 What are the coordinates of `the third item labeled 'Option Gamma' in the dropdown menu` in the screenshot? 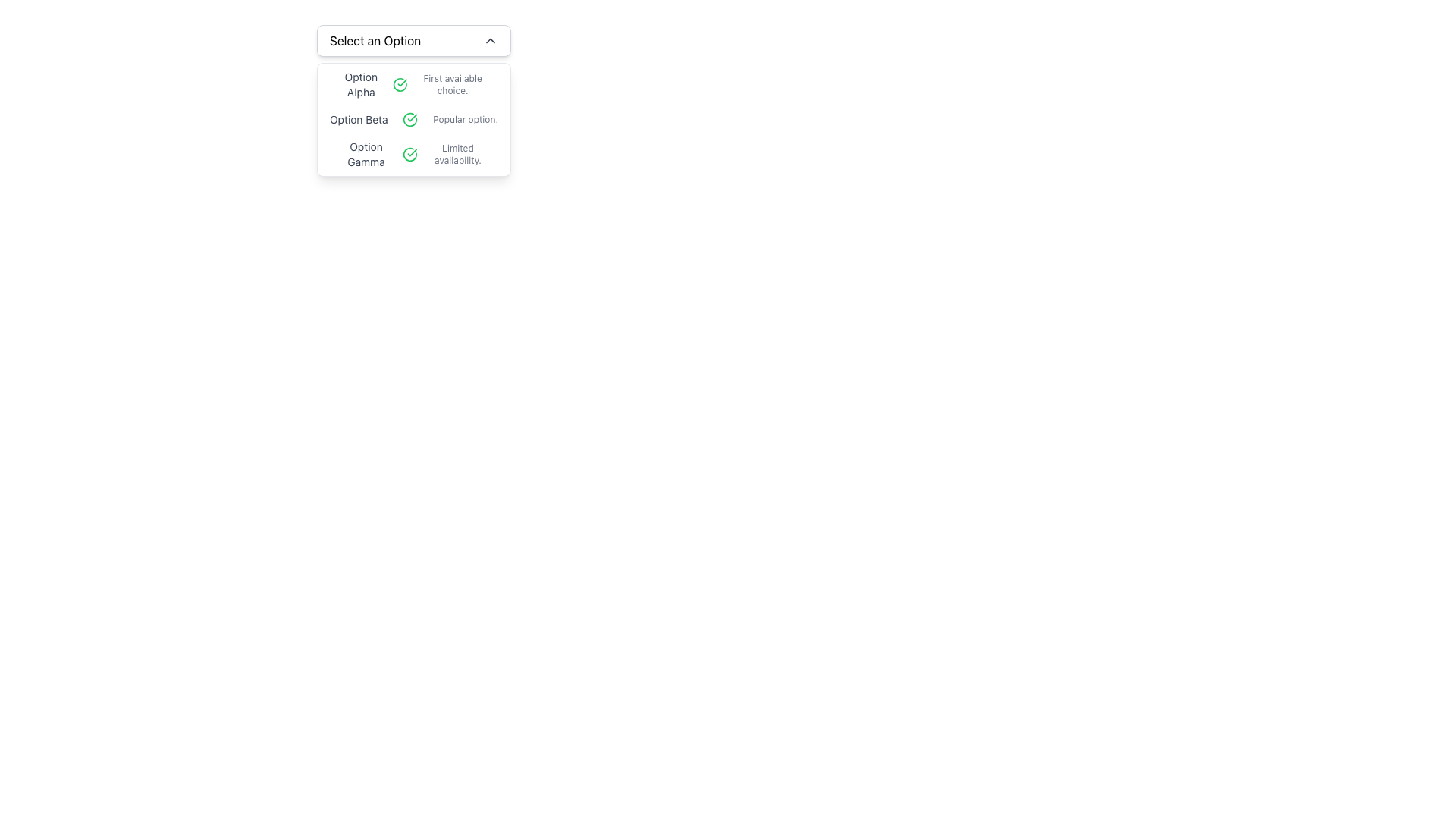 It's located at (414, 155).